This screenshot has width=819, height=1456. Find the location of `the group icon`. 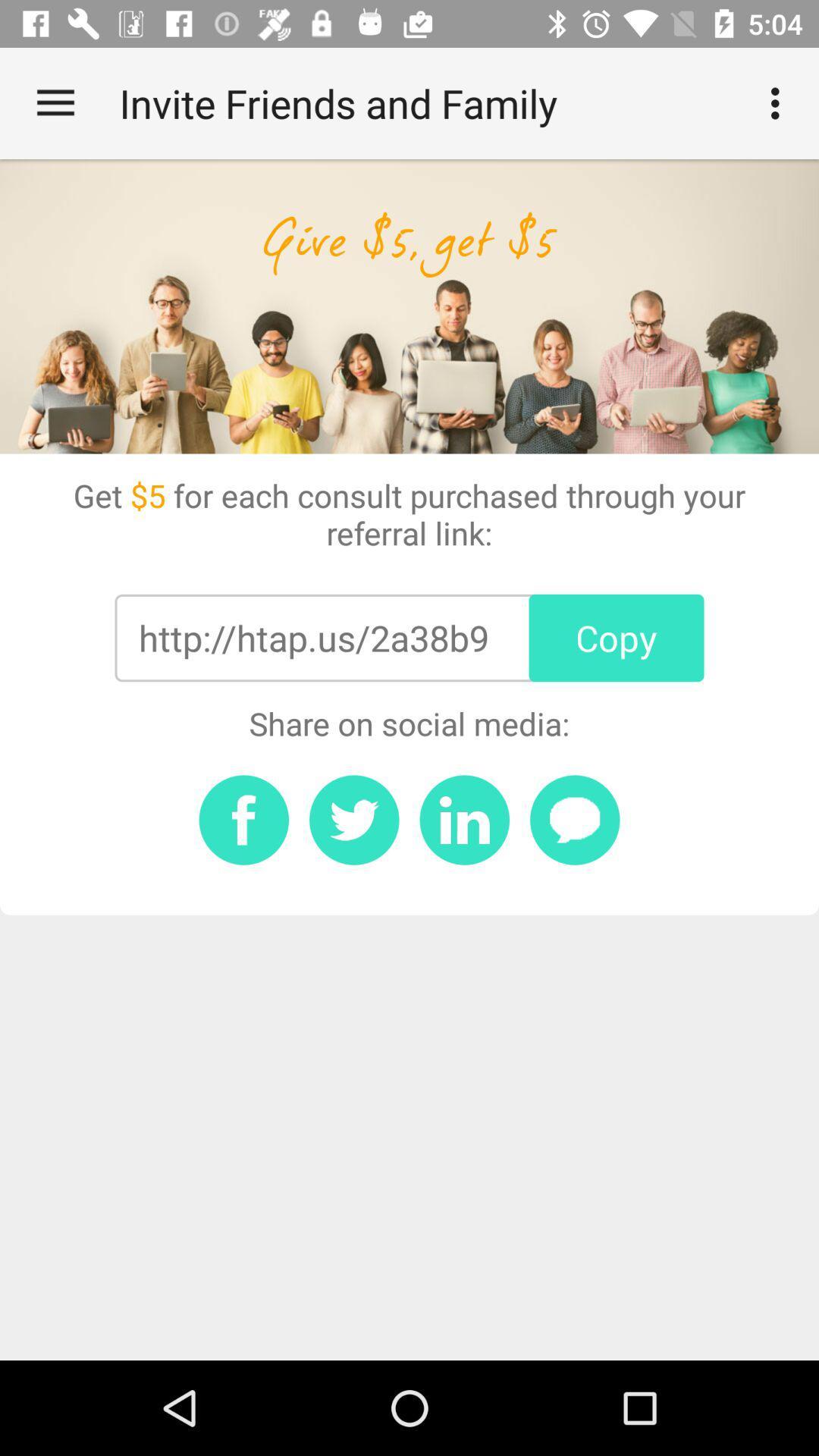

the group icon is located at coordinates (463, 819).